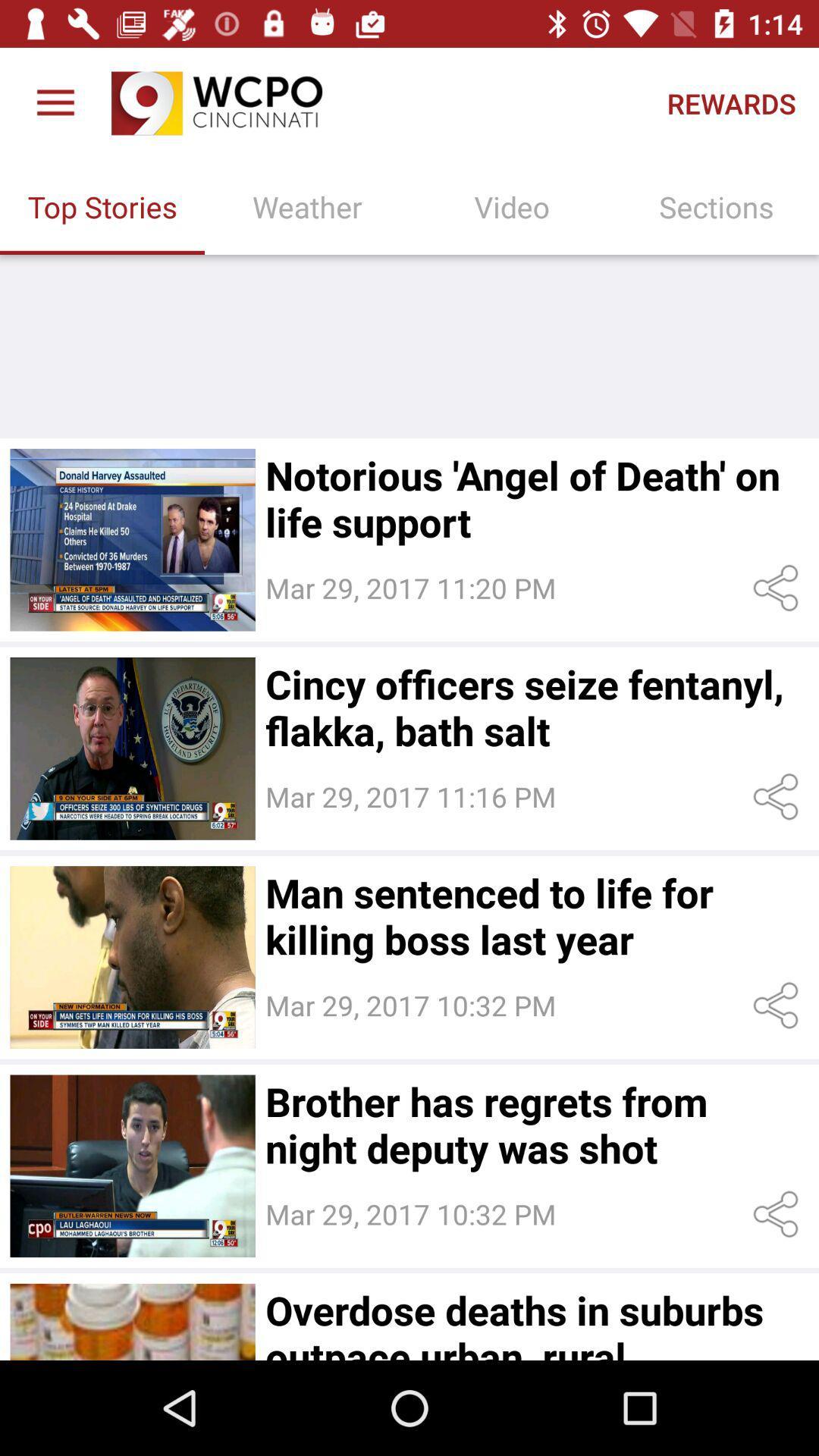  What do you see at coordinates (132, 956) in the screenshot?
I see `see article` at bounding box center [132, 956].